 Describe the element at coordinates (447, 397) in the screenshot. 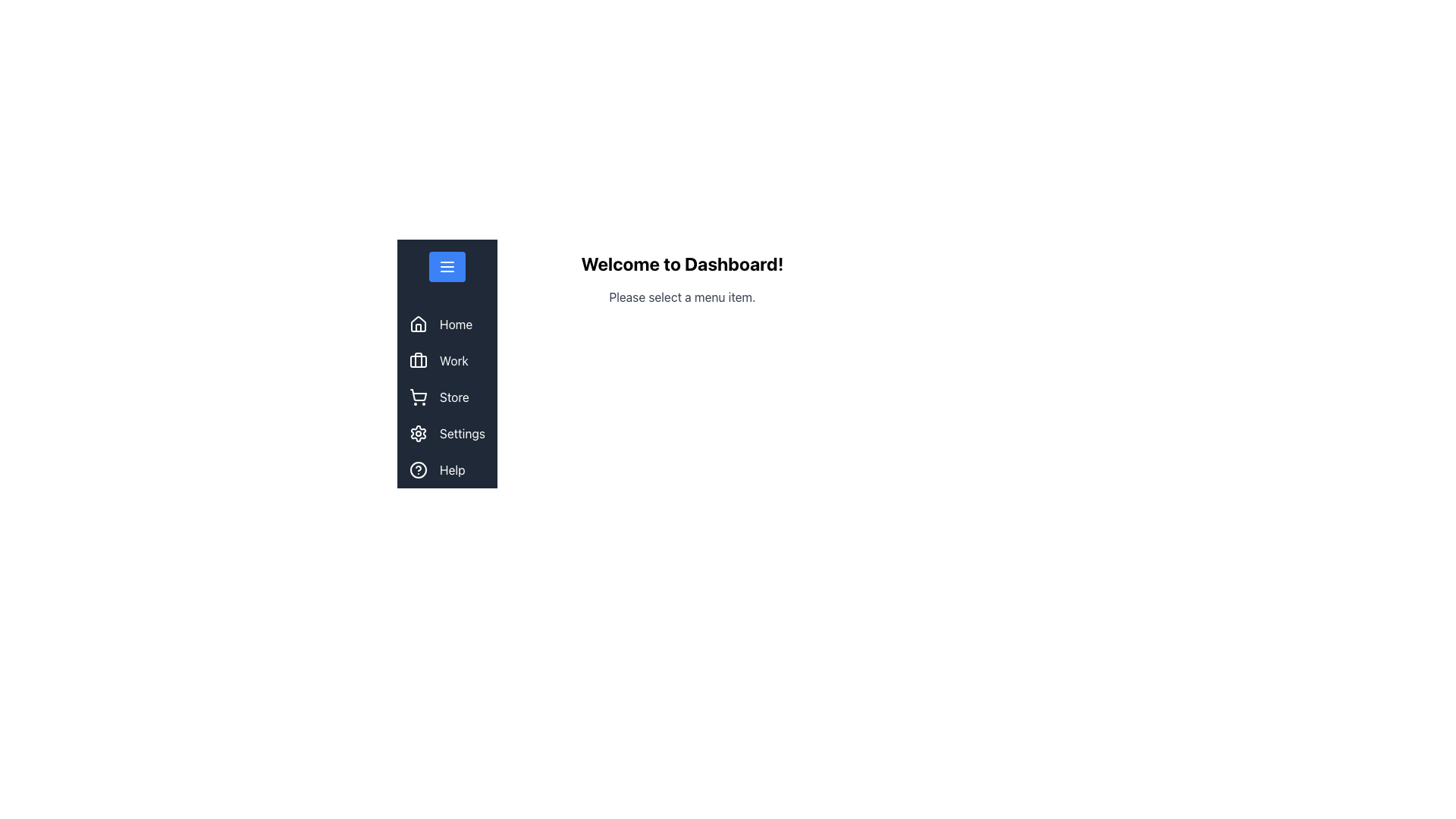

I see `the third navigation menu item labeled 'Store'` at that location.